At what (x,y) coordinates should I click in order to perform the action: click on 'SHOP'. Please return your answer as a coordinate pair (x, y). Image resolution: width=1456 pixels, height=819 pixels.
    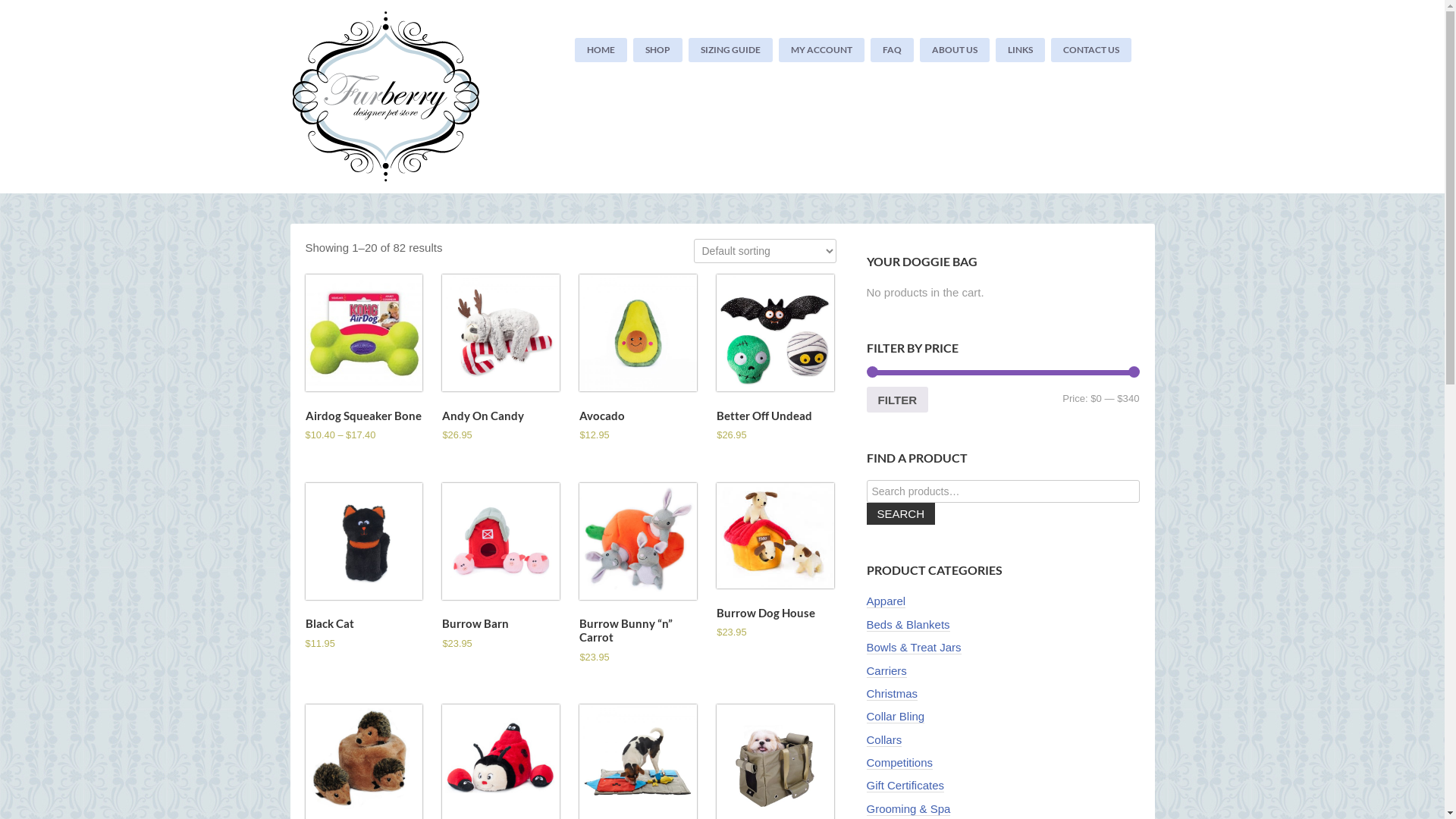
    Looking at the image, I should click on (633, 49).